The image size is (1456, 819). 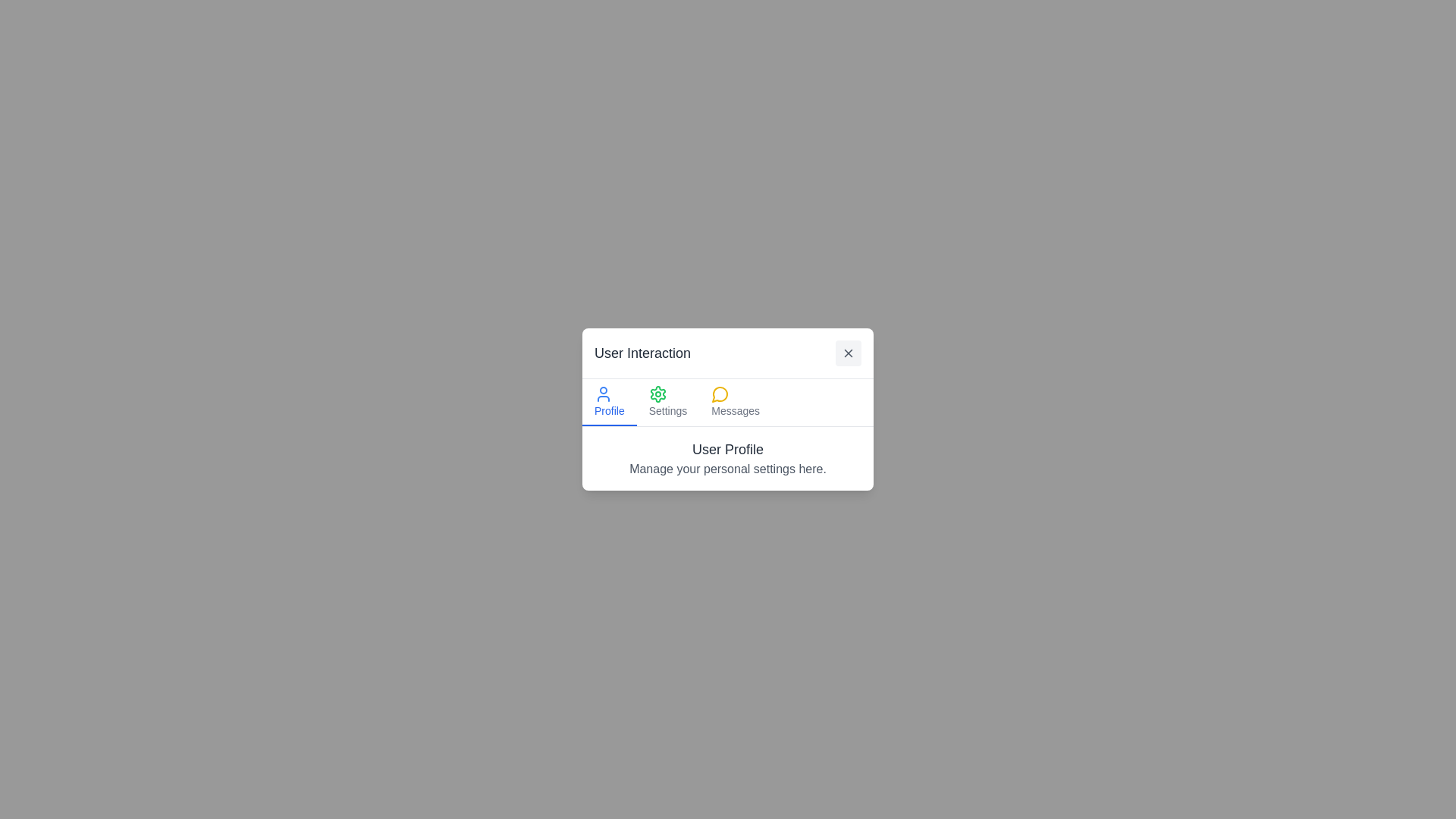 What do you see at coordinates (847, 353) in the screenshot?
I see `the Close Button, which is a small gray 'X' symbol located at the top-right corner of the white box, to change its background color` at bounding box center [847, 353].